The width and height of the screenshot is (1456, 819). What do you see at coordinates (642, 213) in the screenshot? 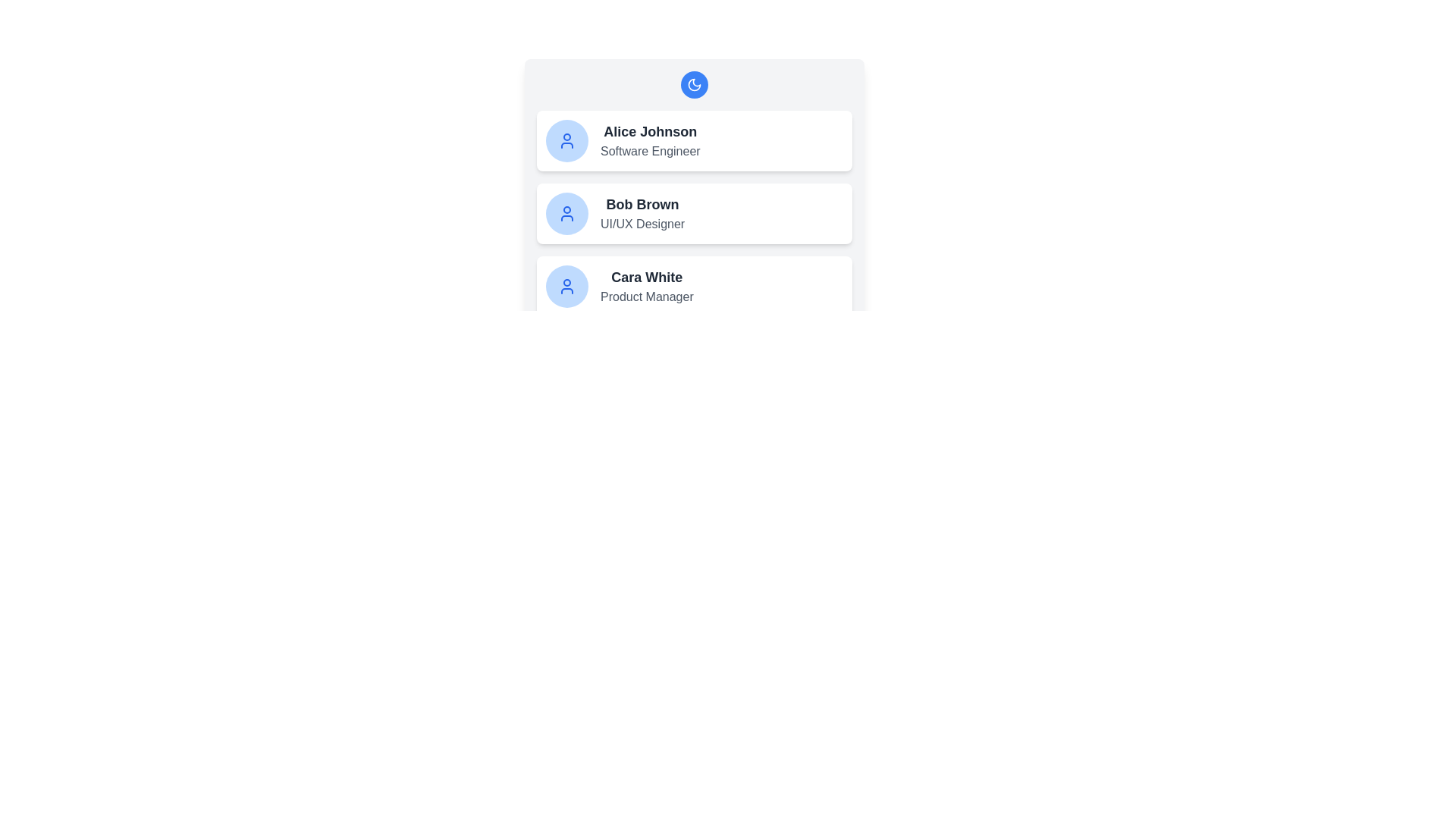
I see `on the Text Display element showing 'Bob Brown' and 'UI/UX Designer', which is the second card in a vertically stacked list of user profiles` at bounding box center [642, 213].